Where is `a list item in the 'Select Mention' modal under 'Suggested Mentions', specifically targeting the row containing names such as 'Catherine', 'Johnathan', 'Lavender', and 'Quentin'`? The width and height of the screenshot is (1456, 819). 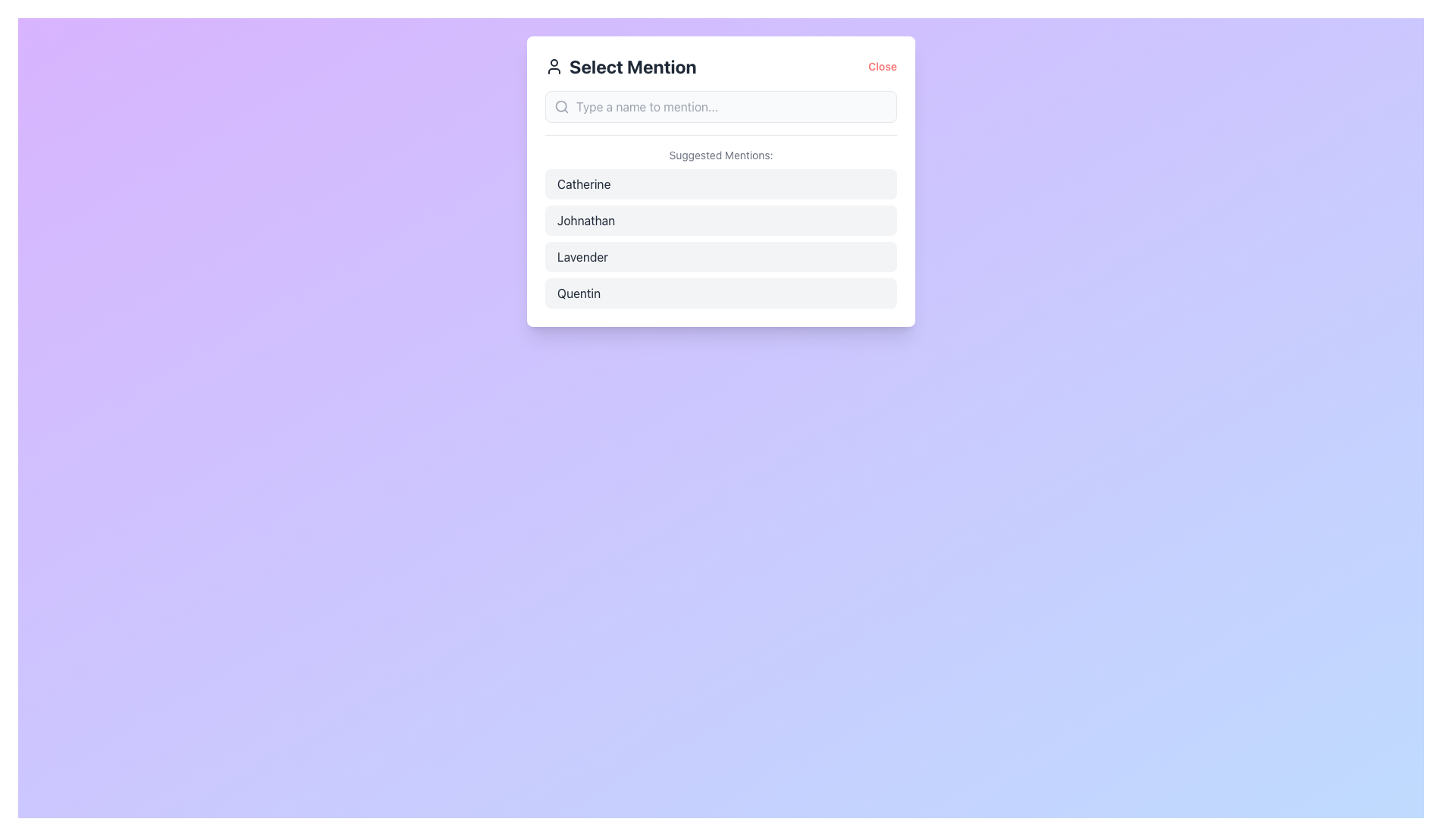
a list item in the 'Select Mention' modal under 'Suggested Mentions', specifically targeting the row containing names such as 'Catherine', 'Johnathan', 'Lavender', and 'Quentin' is located at coordinates (720, 239).